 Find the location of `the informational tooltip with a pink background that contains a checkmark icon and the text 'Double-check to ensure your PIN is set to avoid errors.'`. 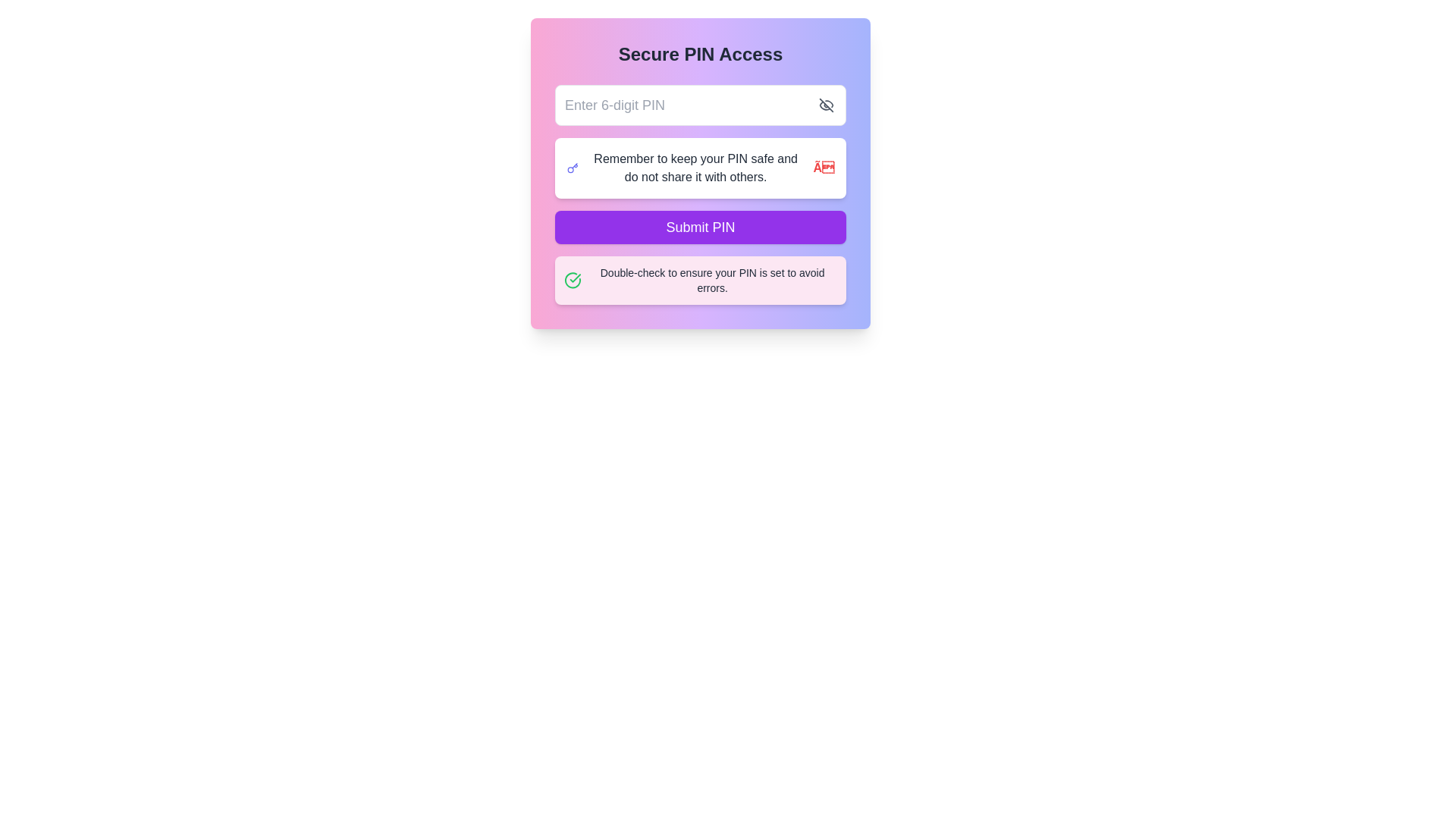

the informational tooltip with a pink background that contains a checkmark icon and the text 'Double-check to ensure your PIN is set to avoid errors.' is located at coordinates (700, 281).